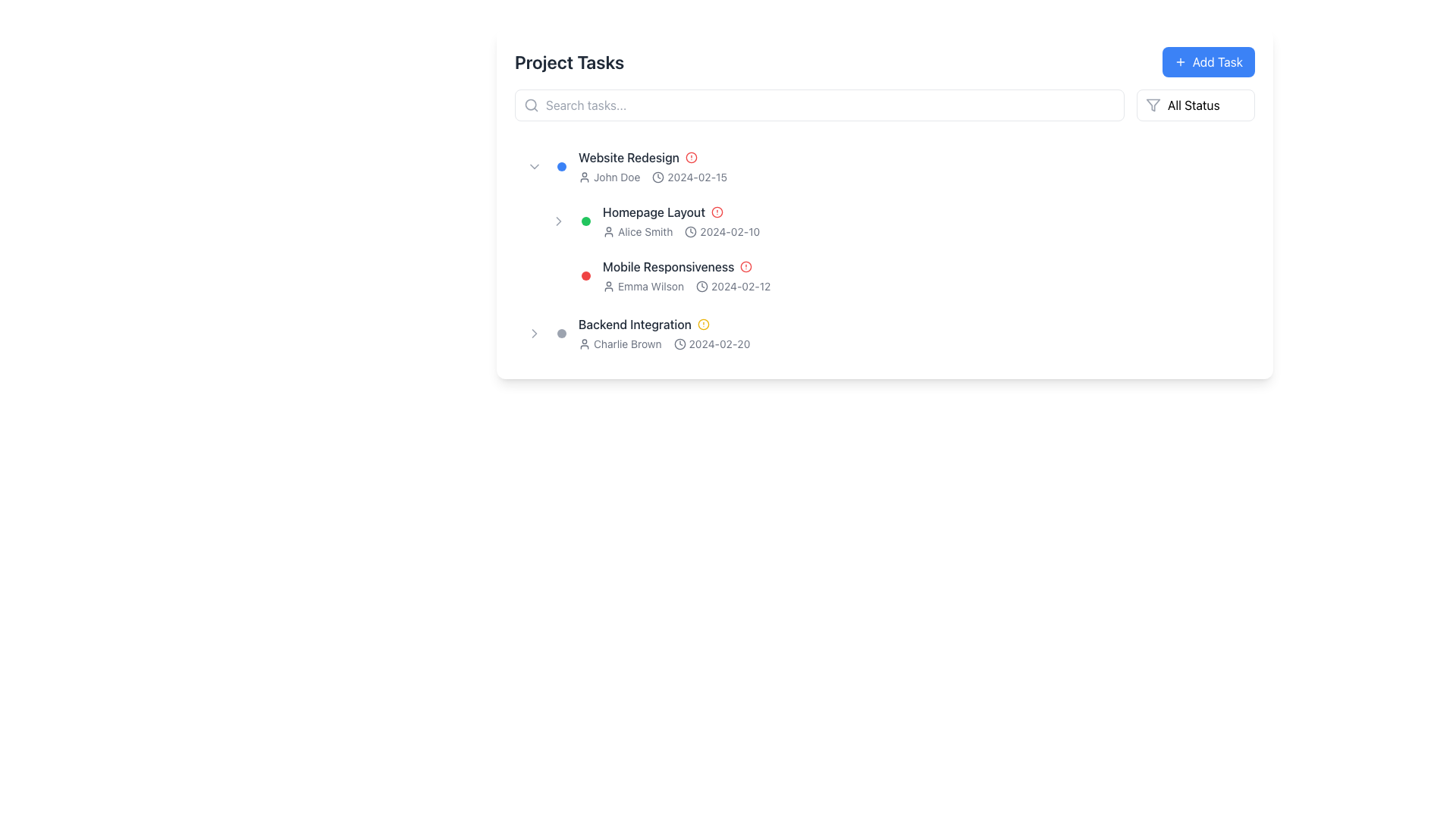 The width and height of the screenshot is (1456, 819). I want to click on the appearance of the alert icon, which is a yellow circle with a centered exclamation mark located to the right of the text 'Backend Integration', so click(702, 324).